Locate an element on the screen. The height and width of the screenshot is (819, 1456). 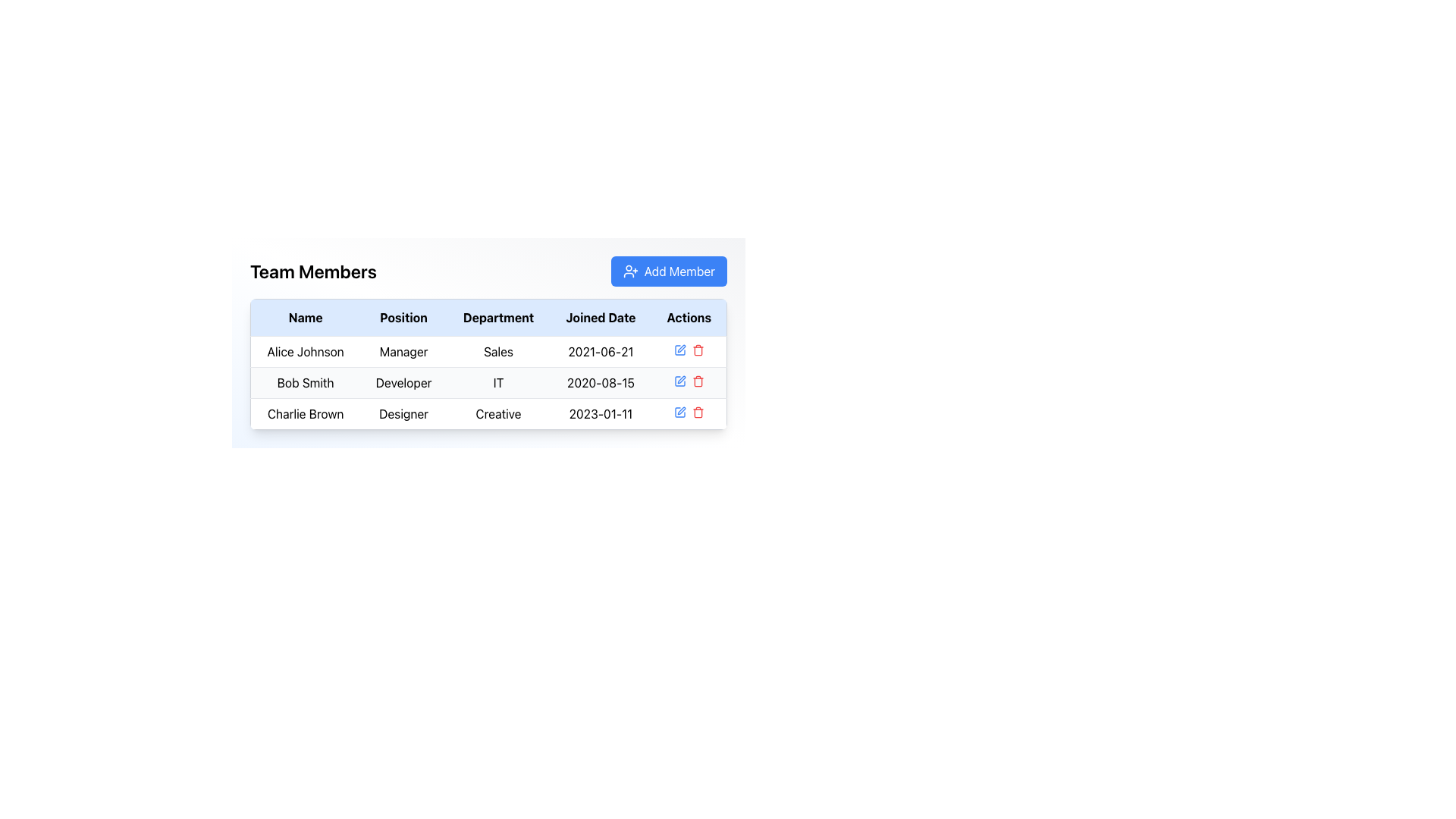
the 'Department' column header in the table, which is the third header located between 'Position' and 'Joined Date' is located at coordinates (498, 317).